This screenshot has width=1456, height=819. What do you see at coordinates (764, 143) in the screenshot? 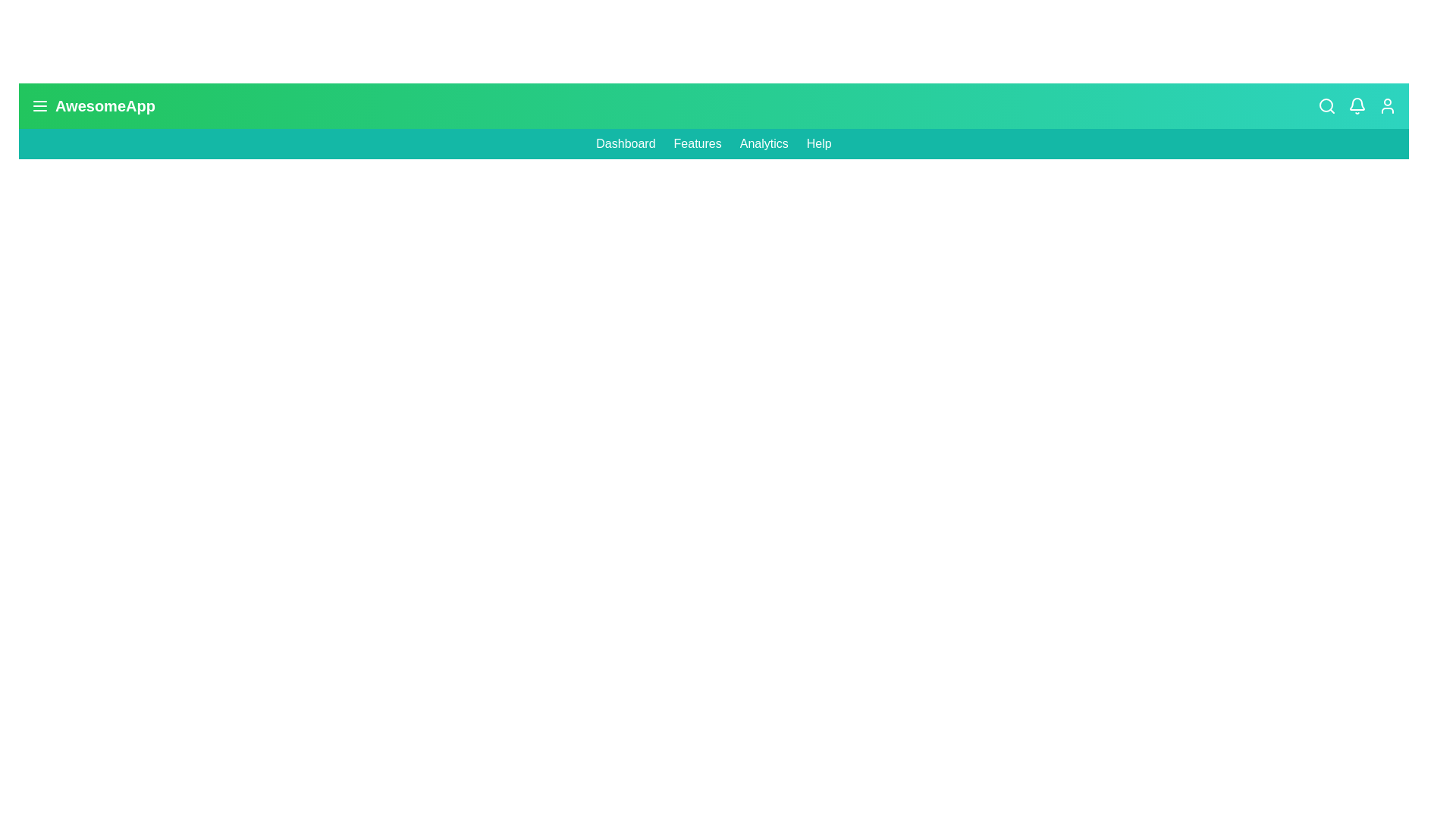
I see `the 'Analytics' link` at bounding box center [764, 143].